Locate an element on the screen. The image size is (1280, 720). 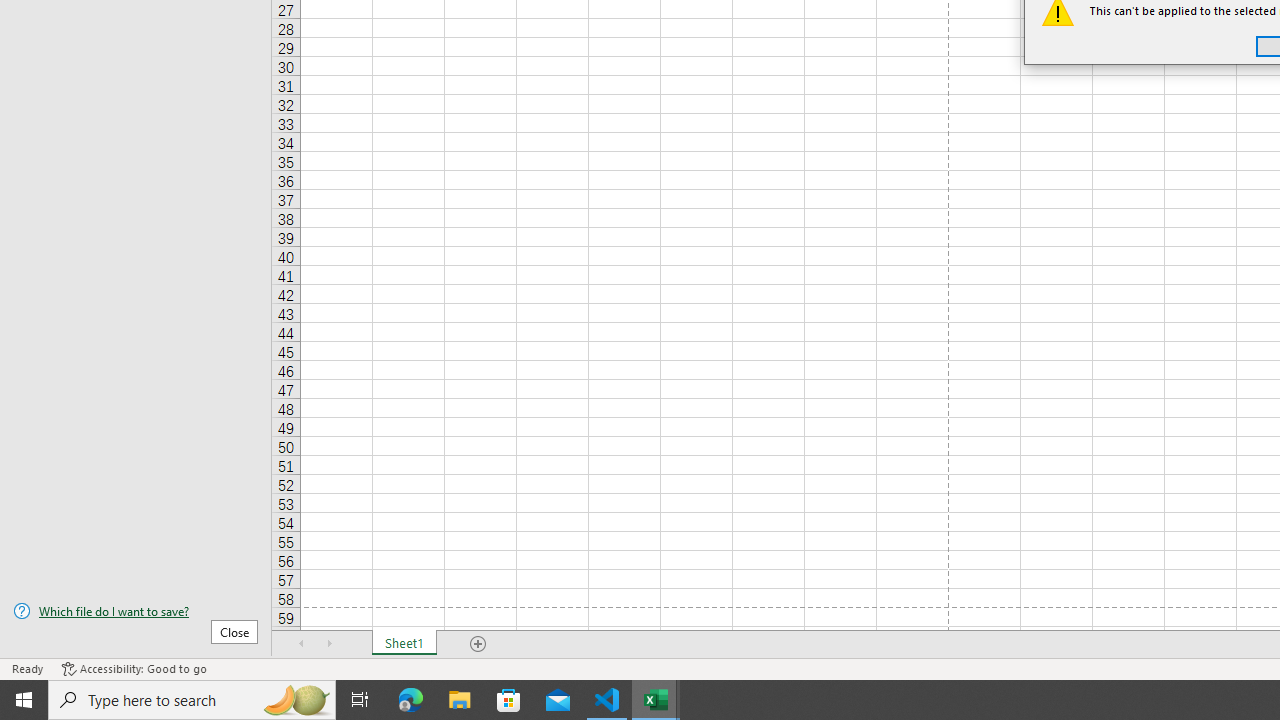
'Type here to search' is located at coordinates (192, 698).